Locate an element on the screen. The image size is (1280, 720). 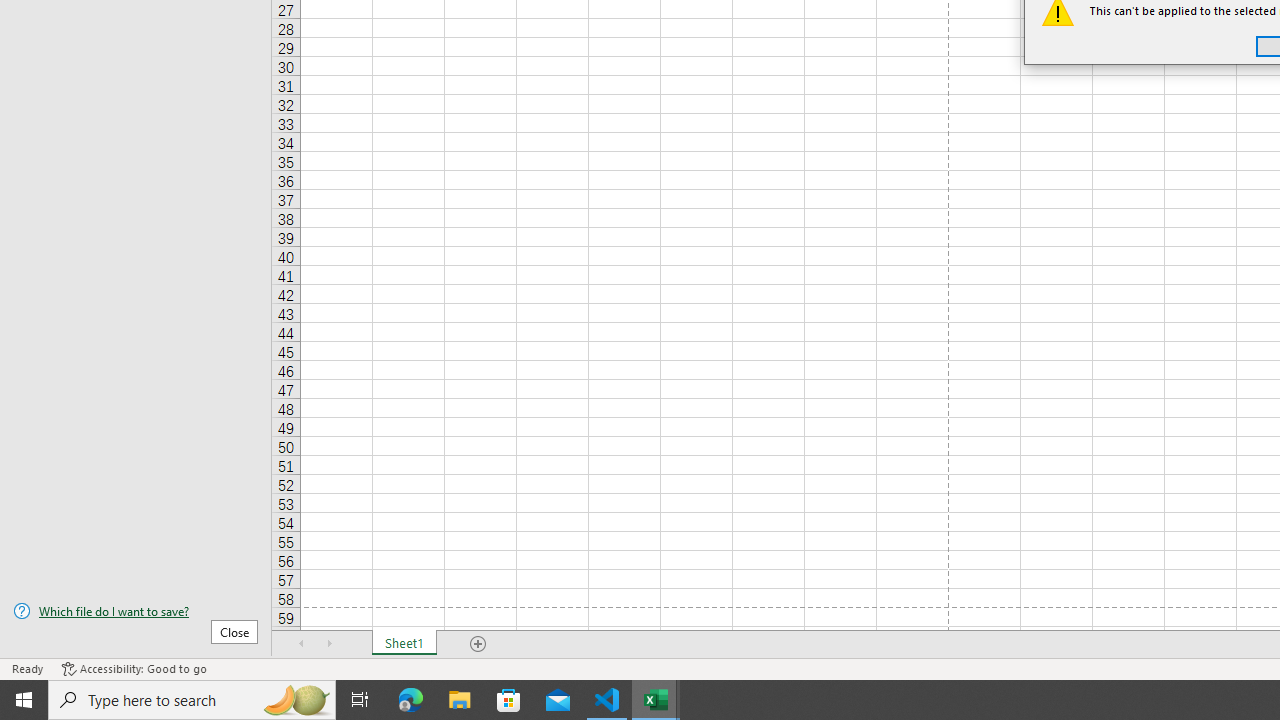
'Type here to search' is located at coordinates (192, 698).